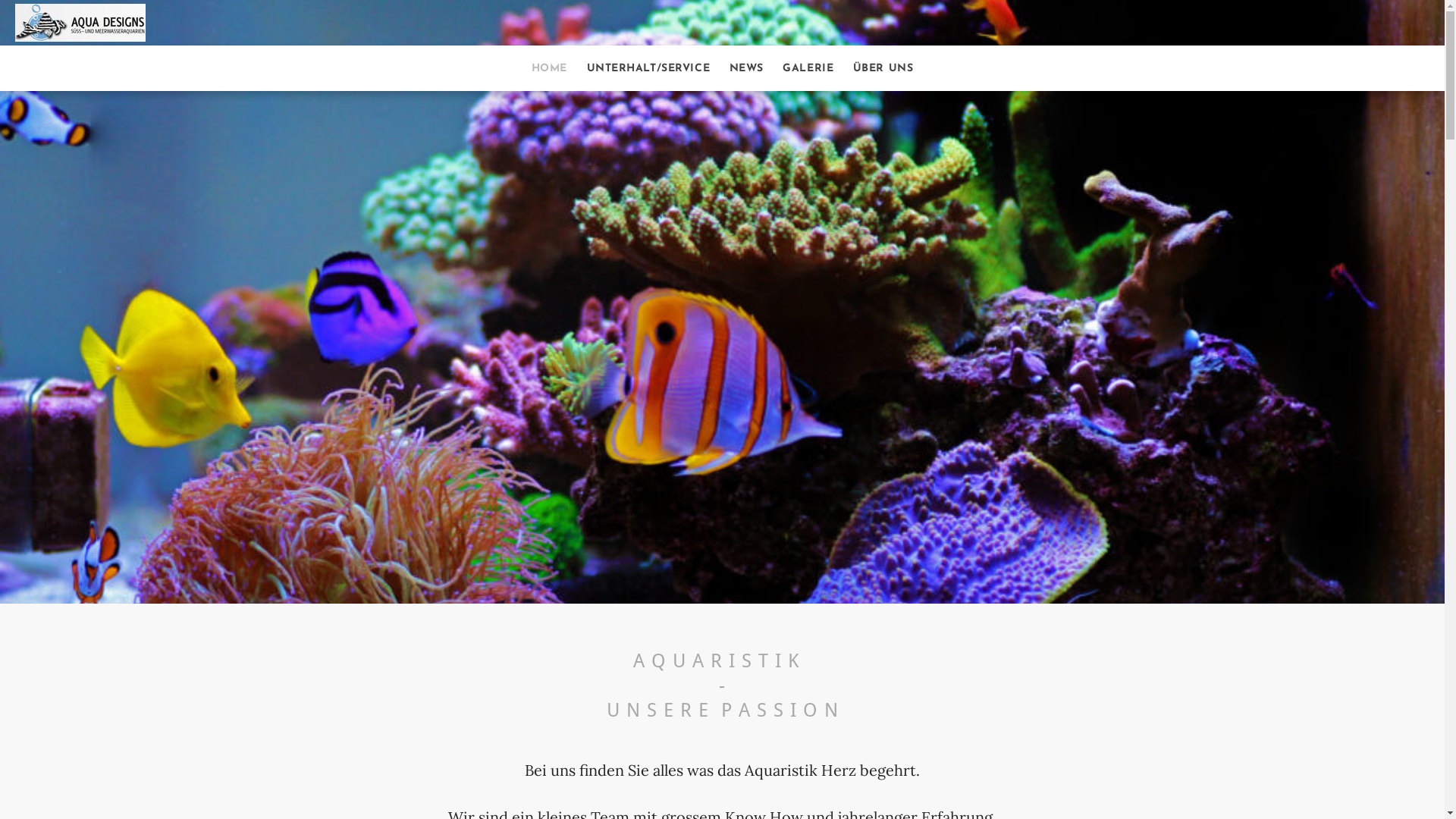 The width and height of the screenshot is (1456, 819). Describe the element at coordinates (807, 68) in the screenshot. I see `'GALERIE'` at that location.